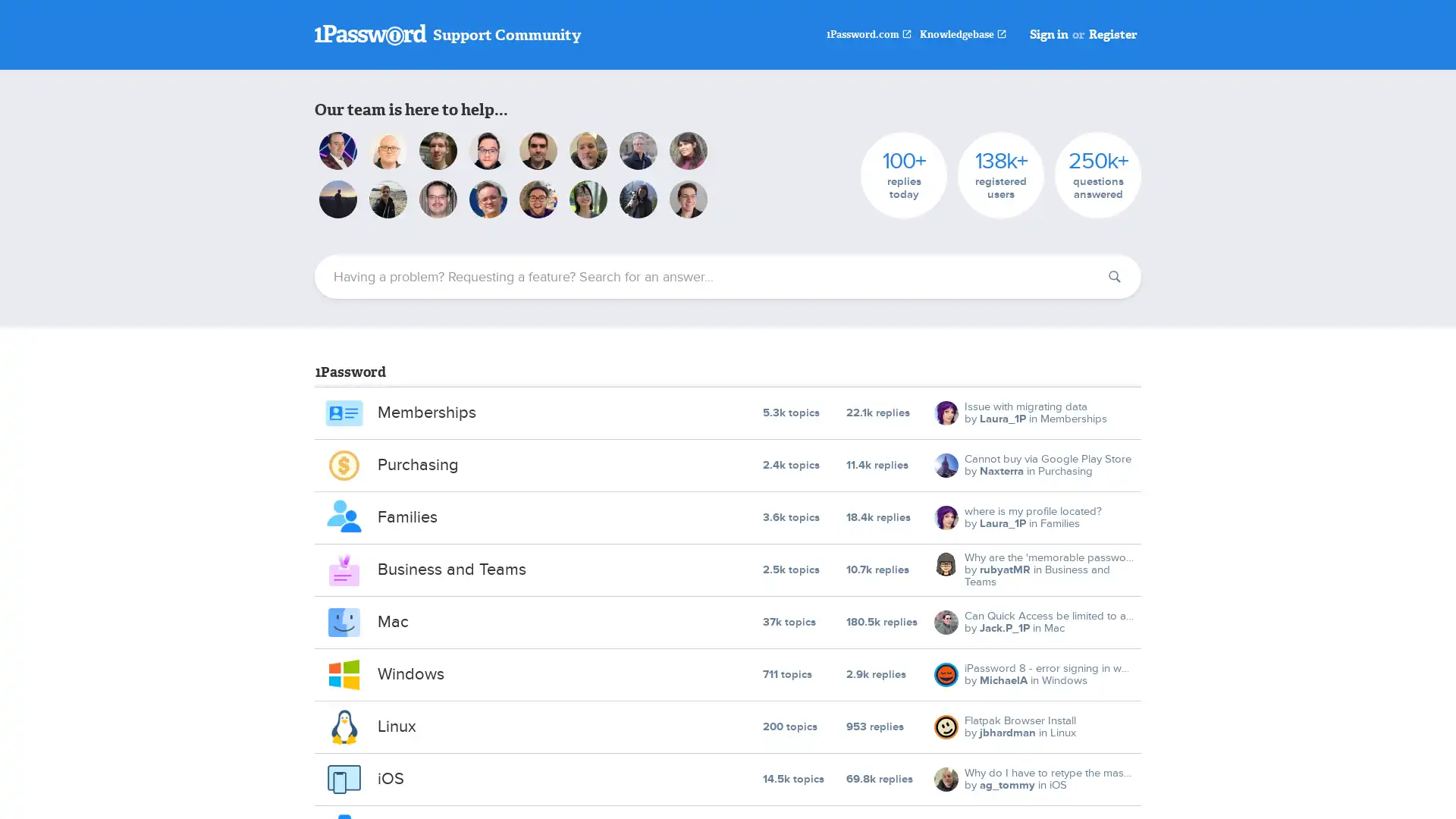 This screenshot has width=1456, height=819. I want to click on Go, so click(1114, 277).